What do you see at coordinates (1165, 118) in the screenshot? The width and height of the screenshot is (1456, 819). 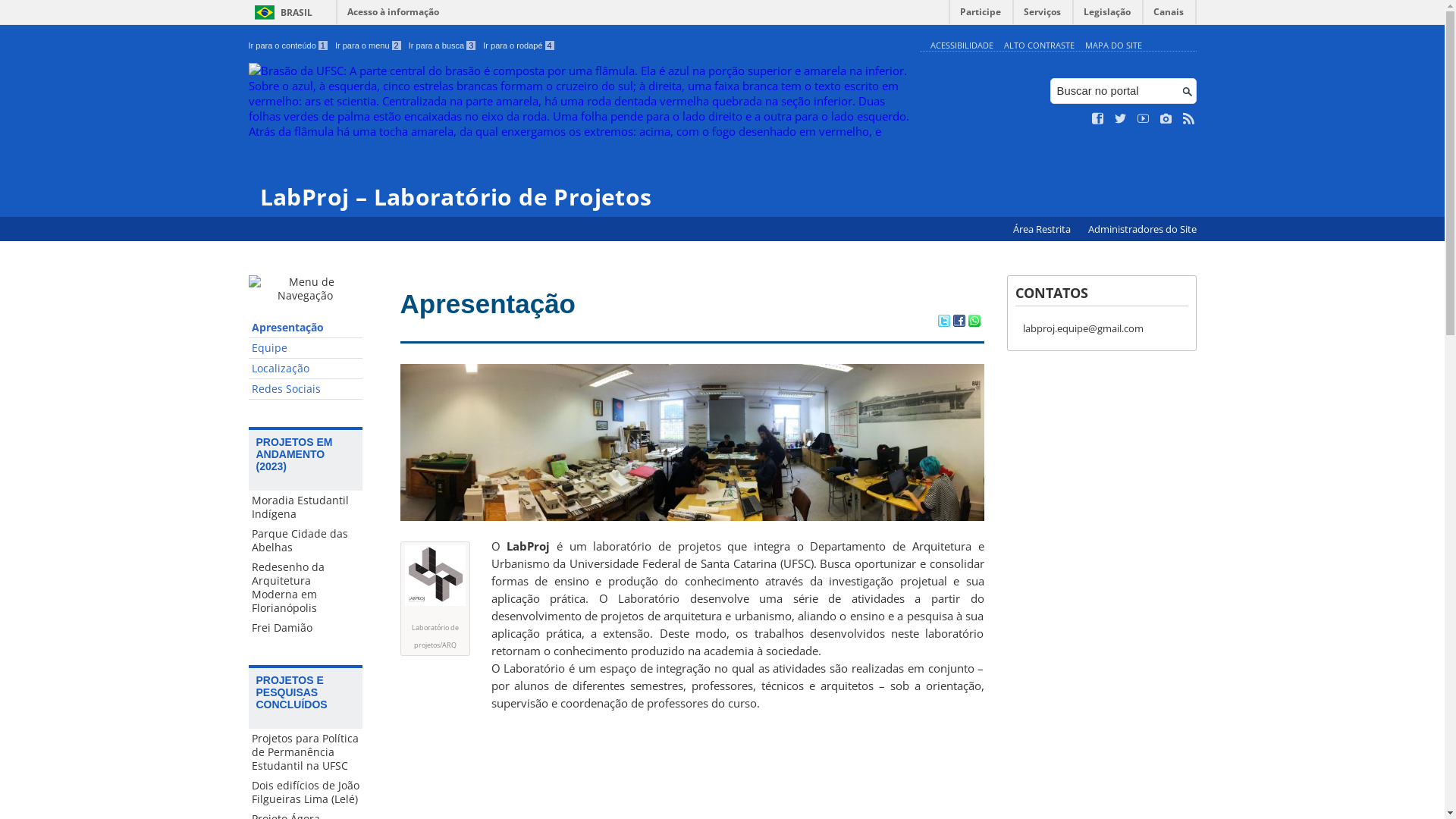 I see `'Veja no Instagram'` at bounding box center [1165, 118].